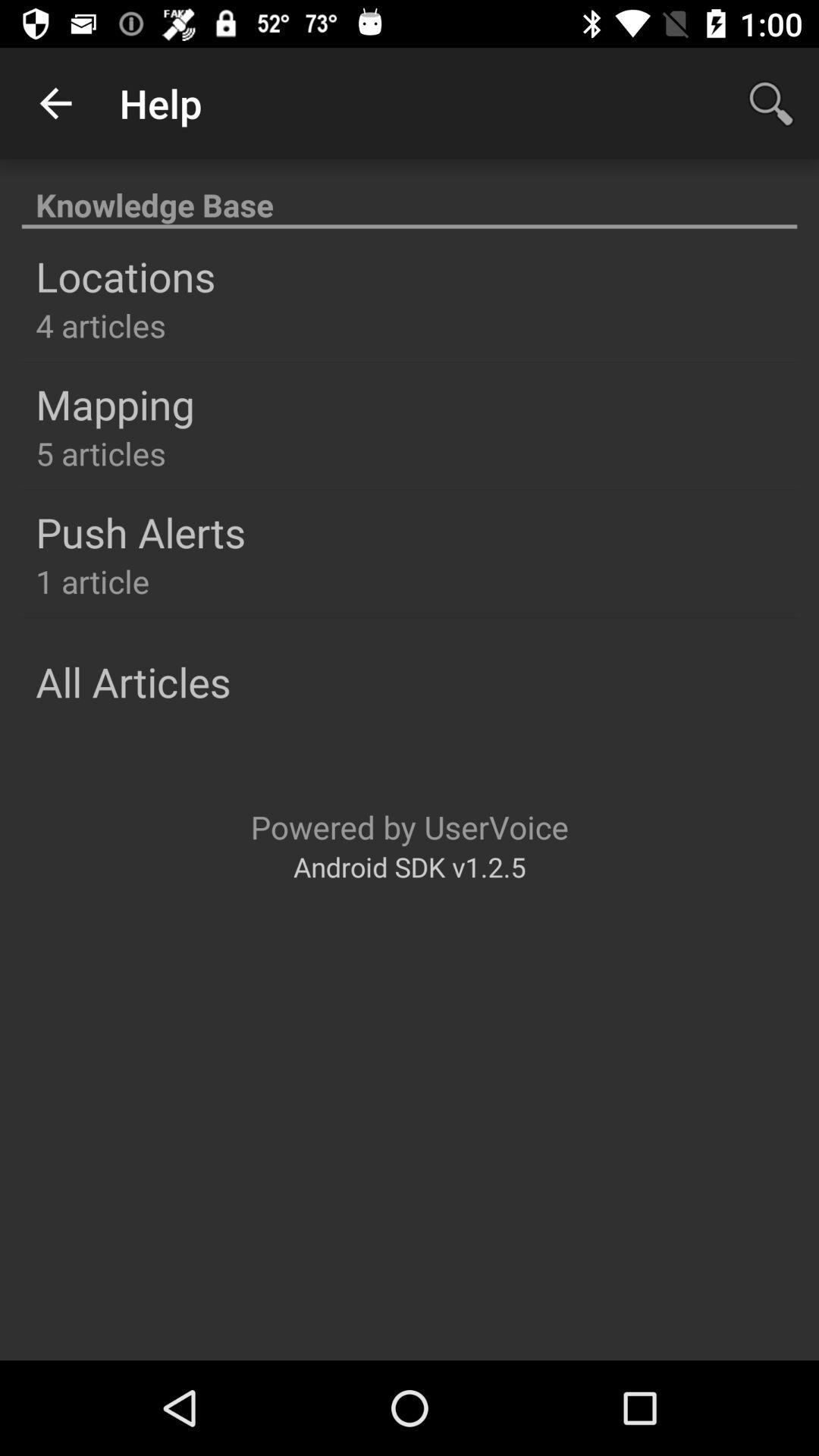 The image size is (819, 1456). Describe the element at coordinates (114, 403) in the screenshot. I see `item above 5 articles item` at that location.